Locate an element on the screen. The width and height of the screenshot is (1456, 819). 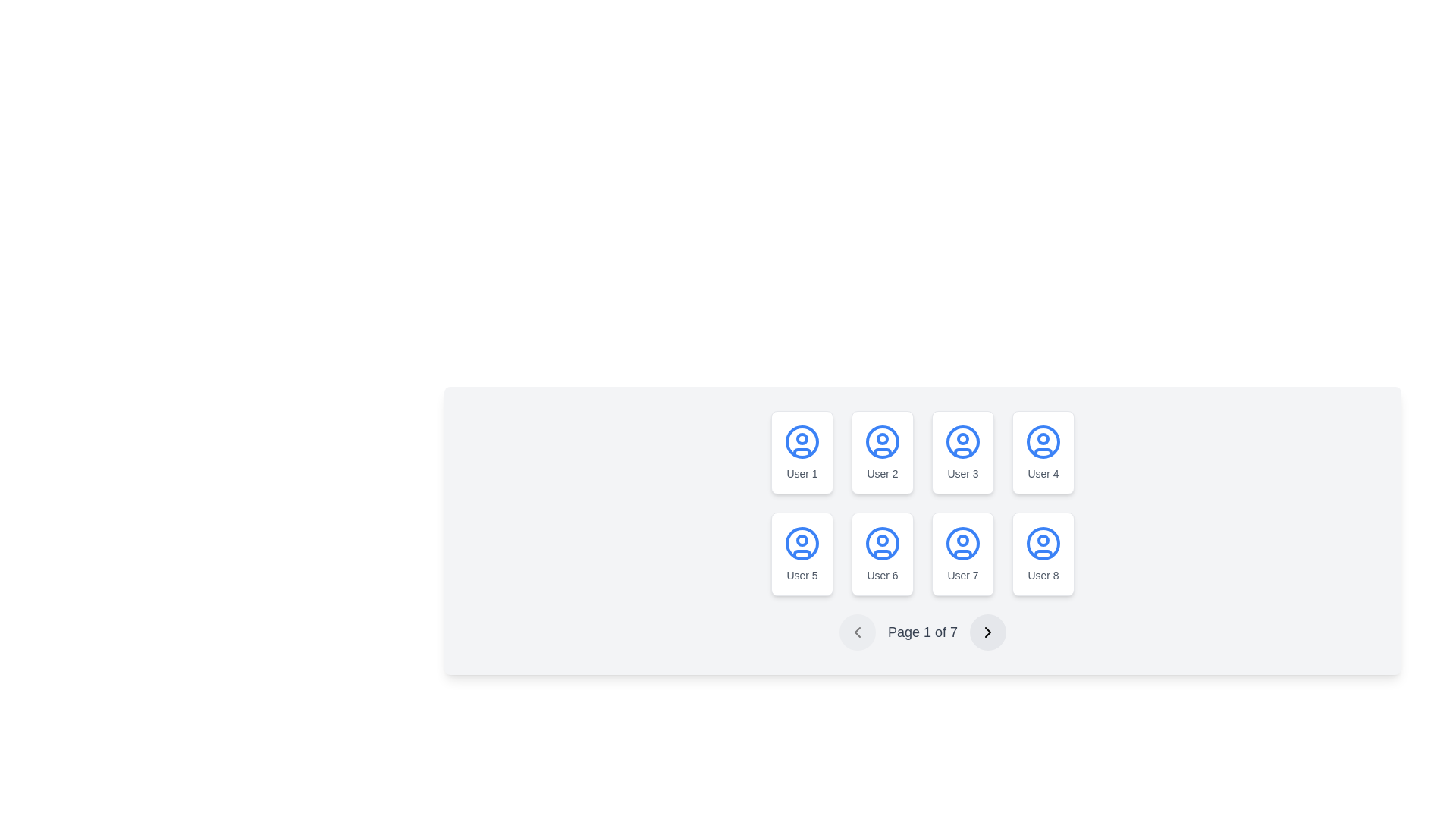
the text label displaying 'User 7', located beneath the User 7 icon in the second row of the grid layout on the right side is located at coordinates (962, 576).